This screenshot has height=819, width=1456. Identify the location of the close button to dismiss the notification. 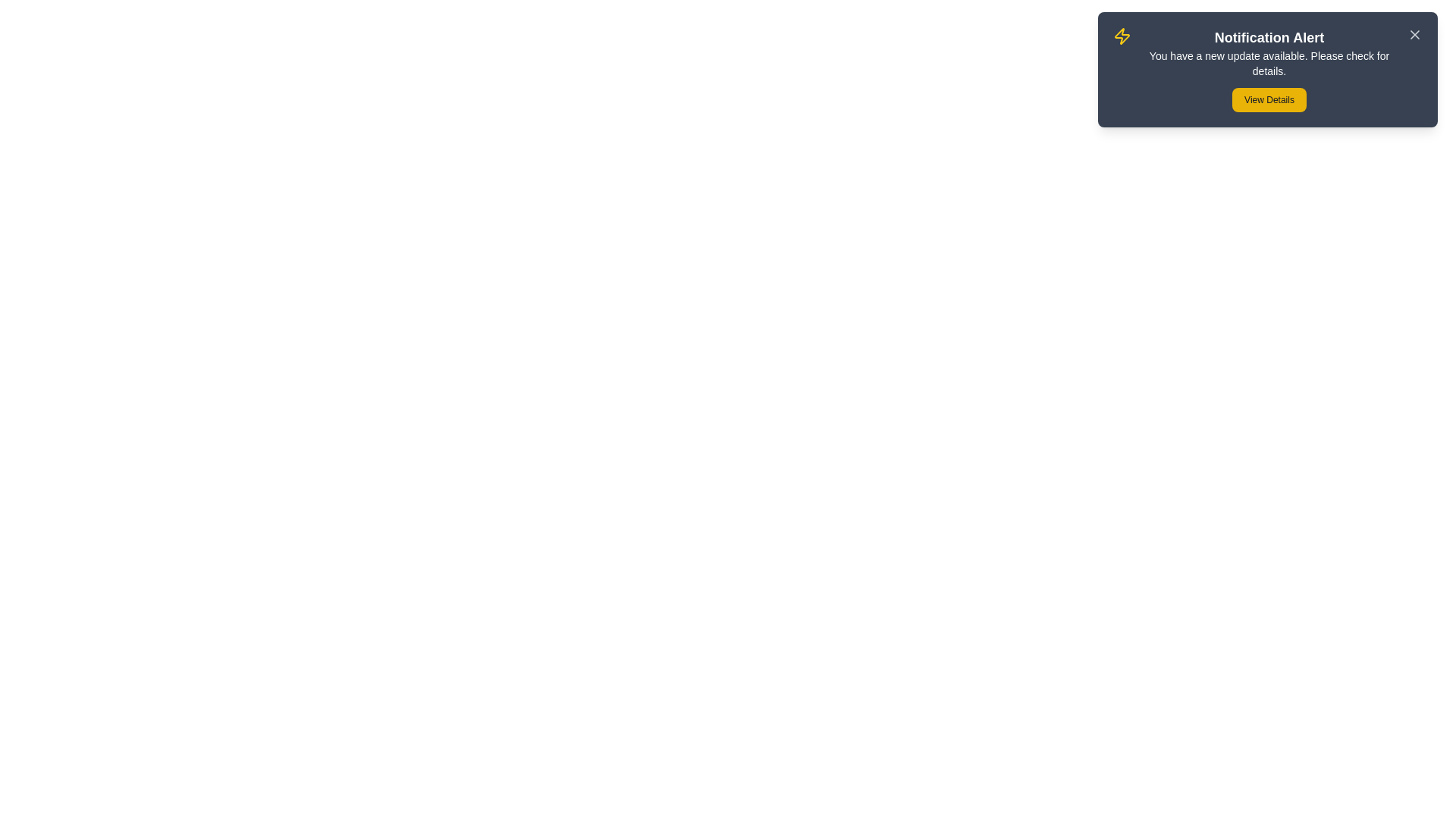
(1414, 34).